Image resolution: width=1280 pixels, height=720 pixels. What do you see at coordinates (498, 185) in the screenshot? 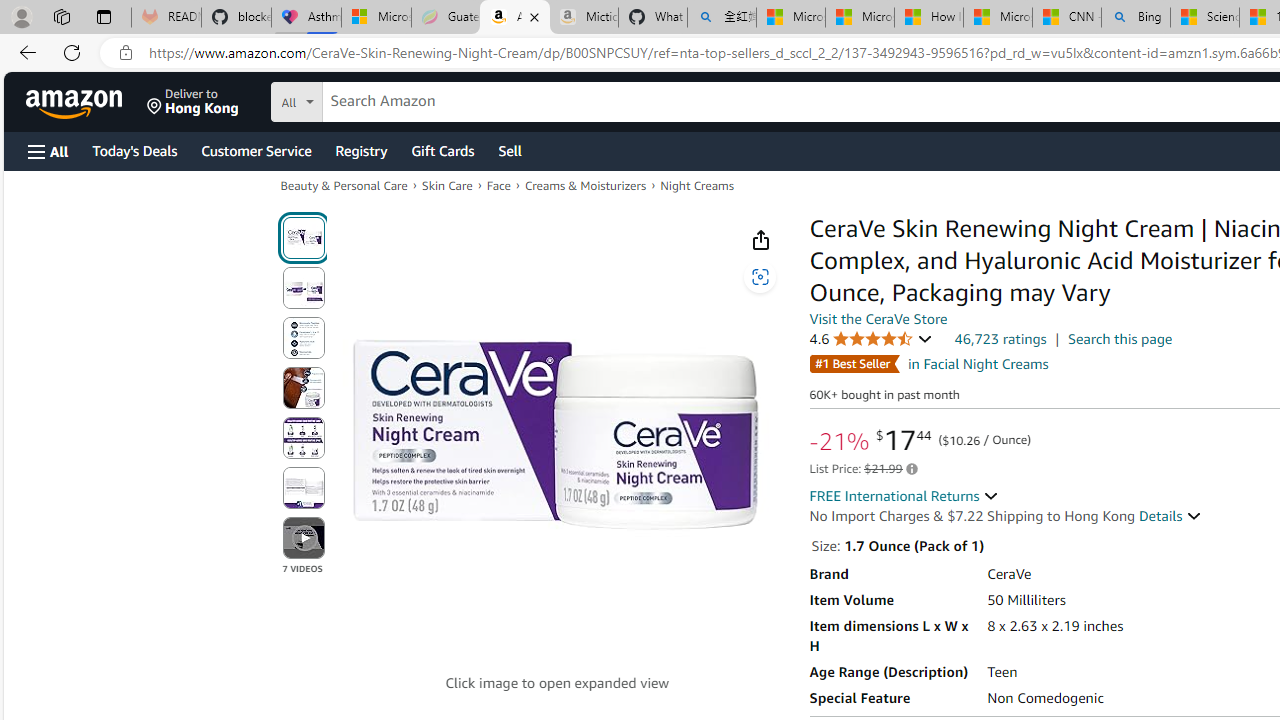
I see `'Face'` at bounding box center [498, 185].